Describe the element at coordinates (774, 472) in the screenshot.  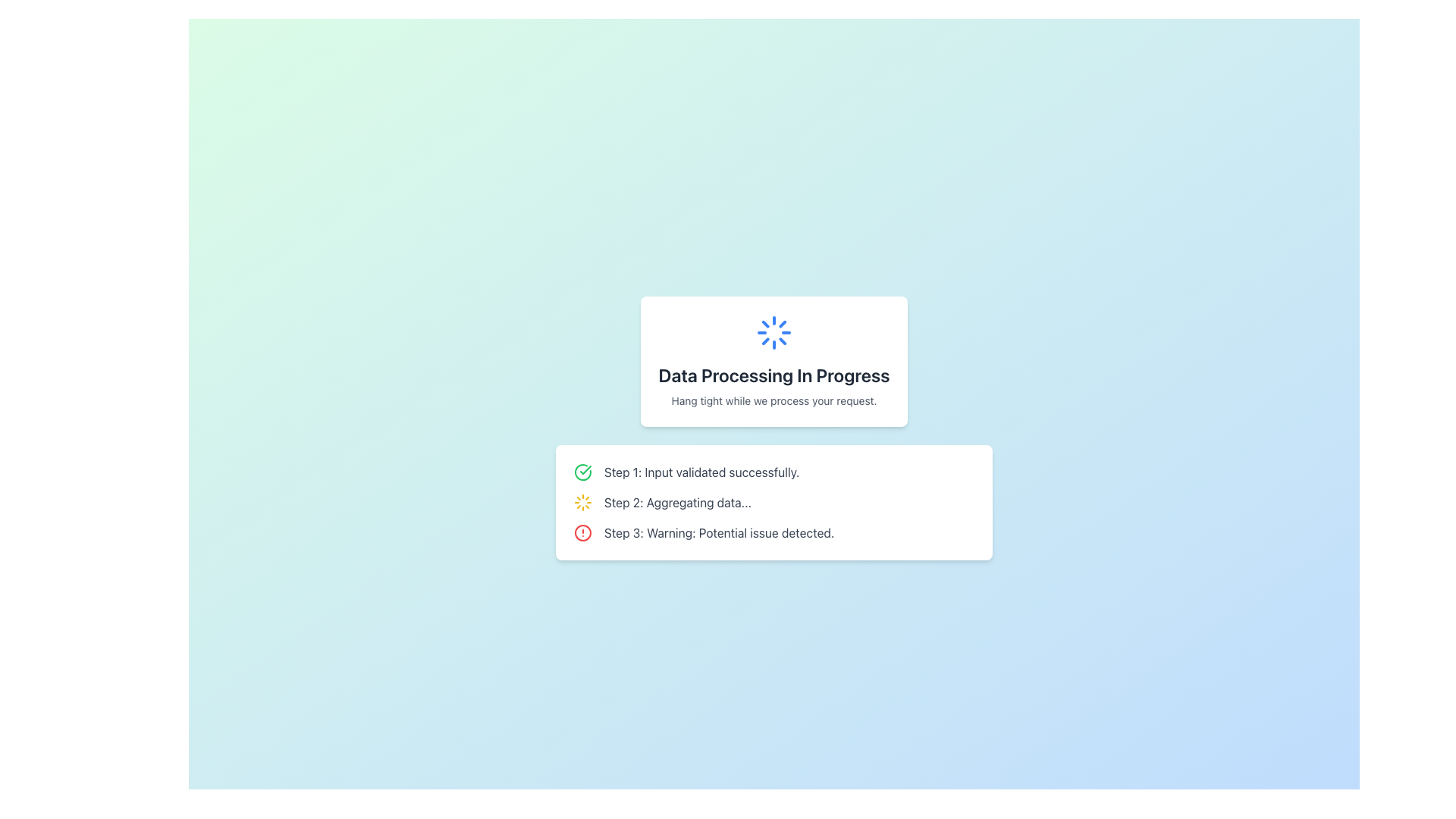
I see `the status indicator displaying 'Step 1' in the process, which confirms successful input validation. This element is located within a white card, above 'Step 2: Aggregating data...' and below the header 'Data Processing In Progress.'` at that location.